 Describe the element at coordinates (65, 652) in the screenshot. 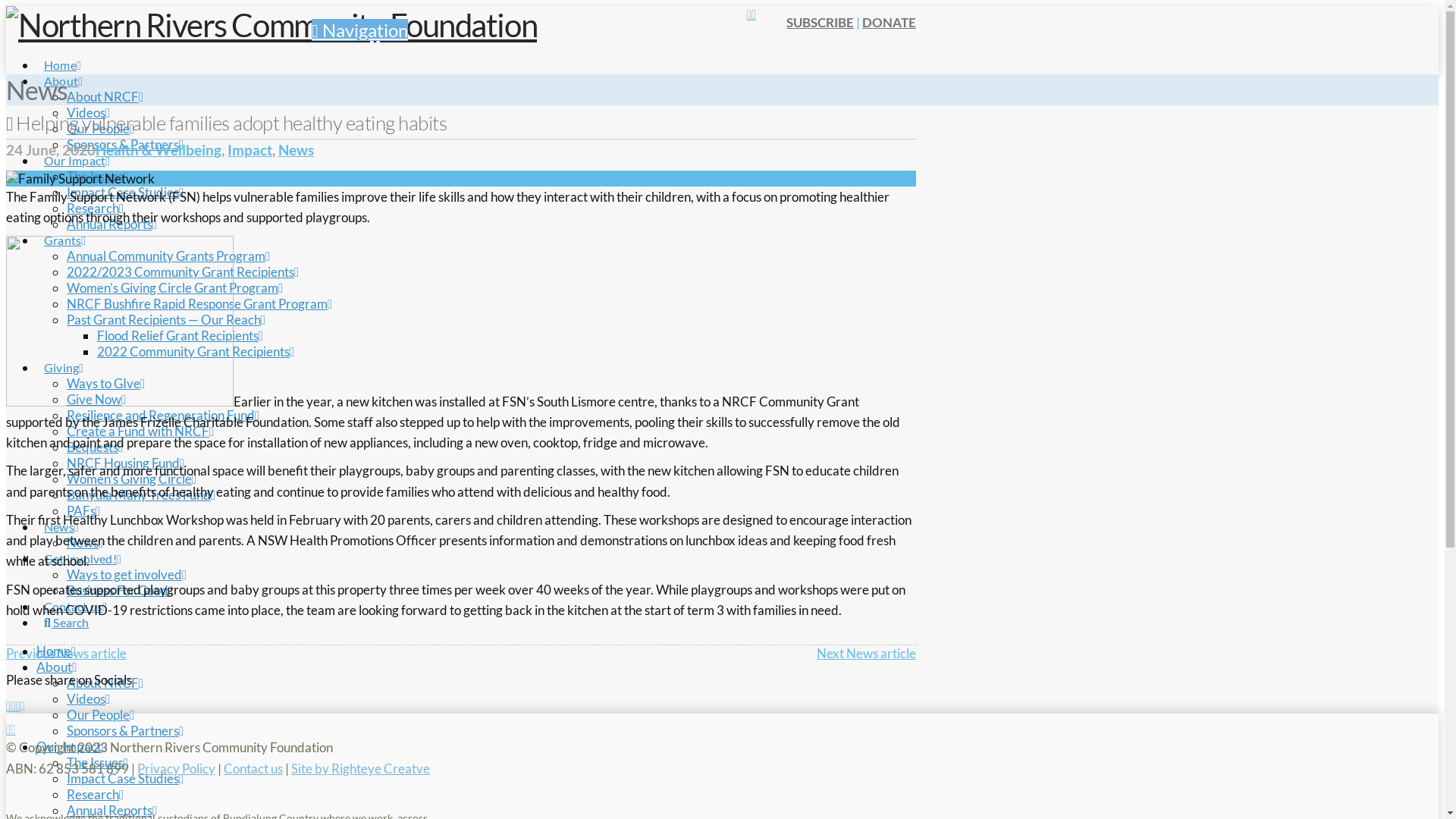

I see `'Previous News article'` at that location.